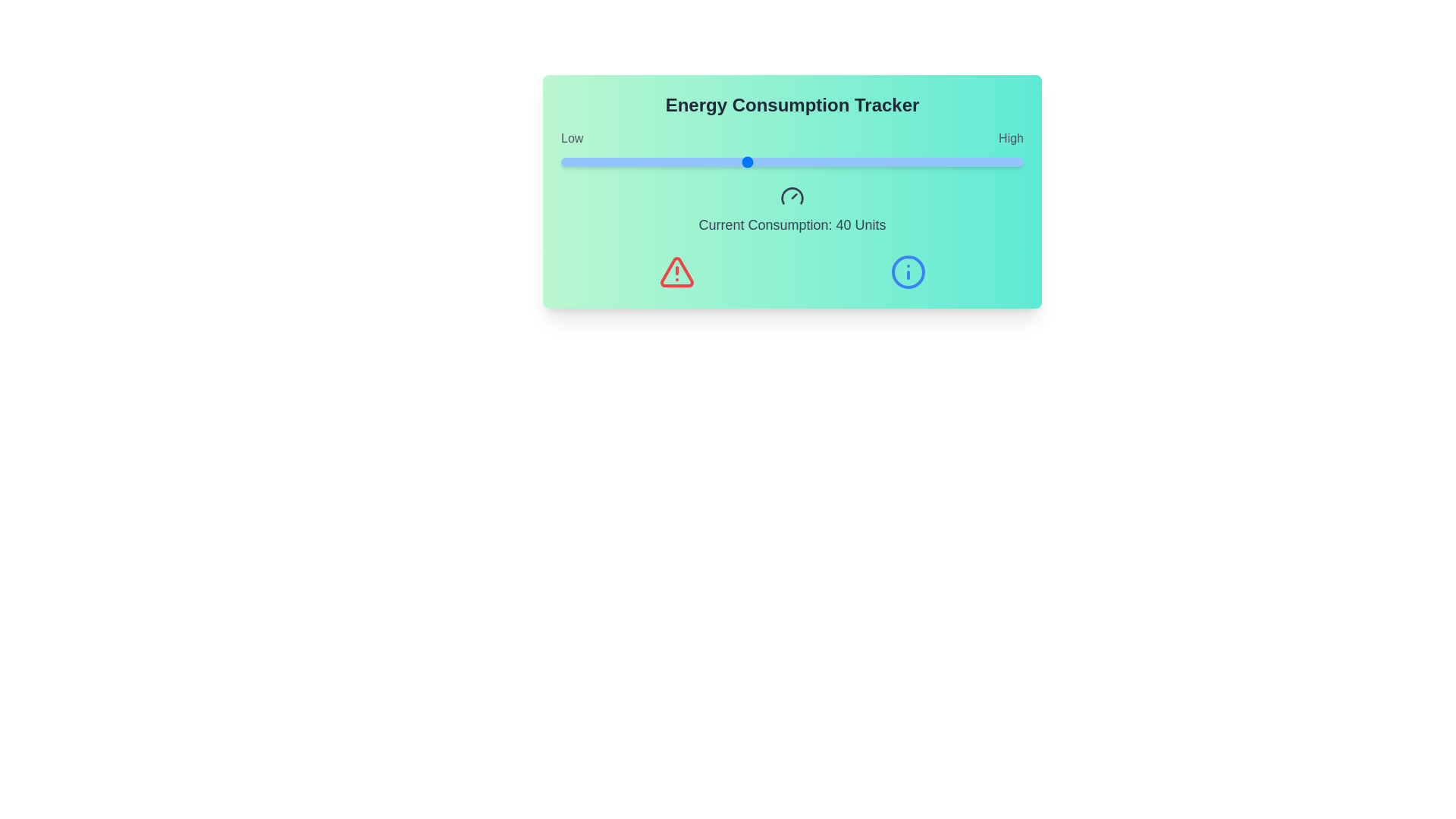 This screenshot has width=1456, height=819. Describe the element at coordinates (607, 162) in the screenshot. I see `the energy consumption slider to 10 units` at that location.